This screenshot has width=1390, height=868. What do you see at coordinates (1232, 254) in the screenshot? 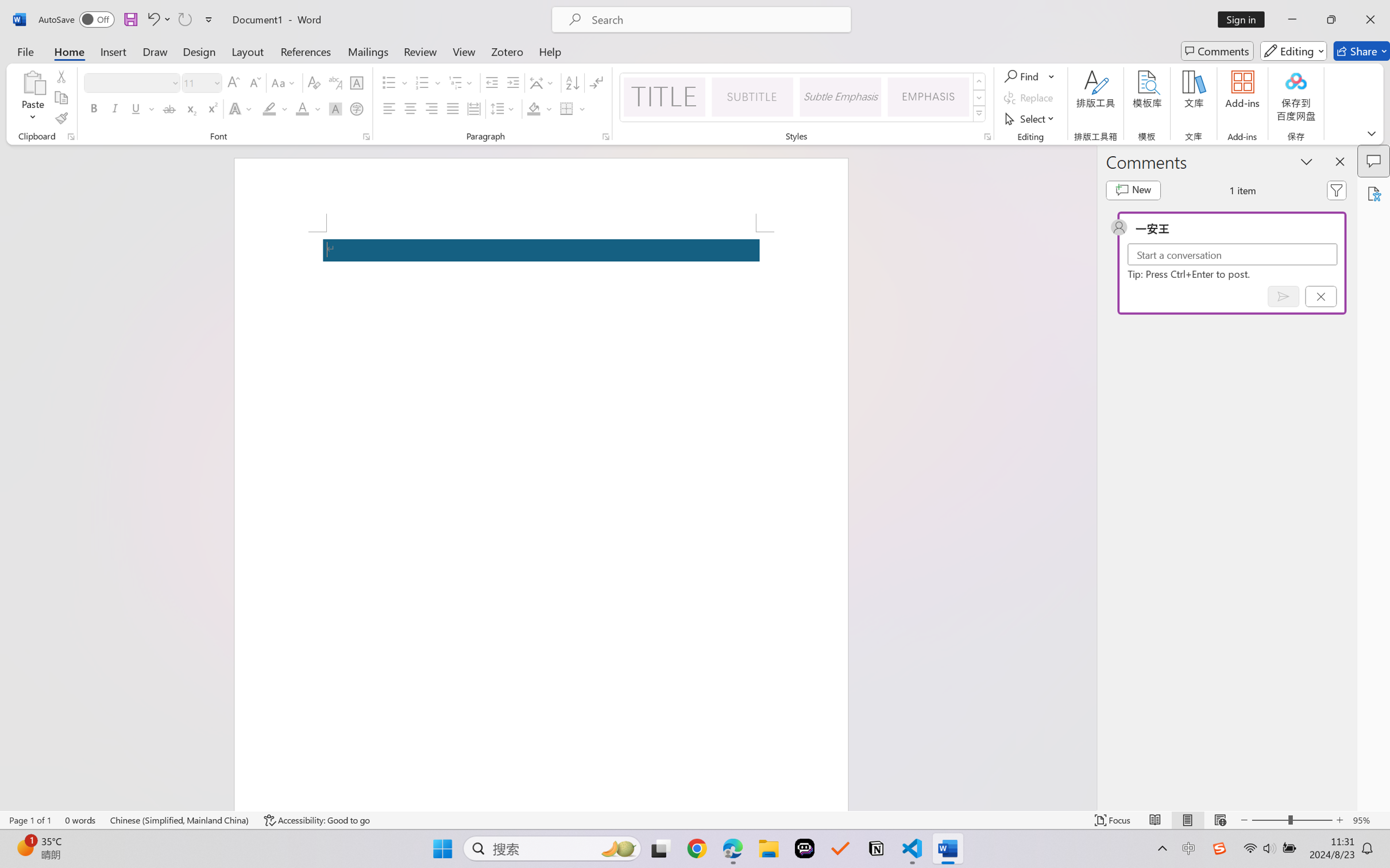
I see `'Start a conversation'` at bounding box center [1232, 254].